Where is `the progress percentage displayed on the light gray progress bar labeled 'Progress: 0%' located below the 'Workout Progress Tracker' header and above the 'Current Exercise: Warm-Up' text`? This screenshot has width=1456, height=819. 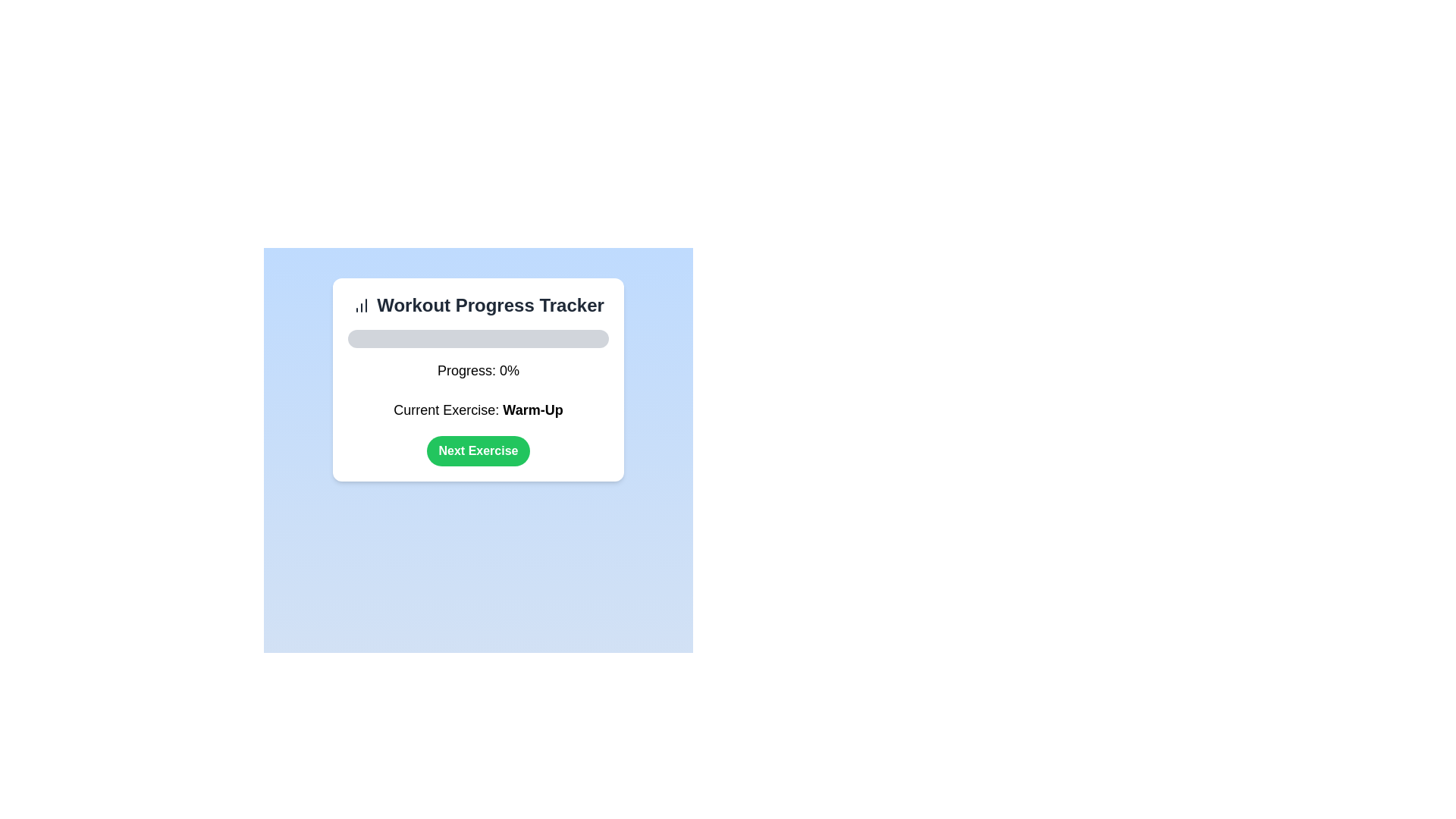 the progress percentage displayed on the light gray progress bar labeled 'Progress: 0%' located below the 'Workout Progress Tracker' header and above the 'Current Exercise: Warm-Up' text is located at coordinates (477, 356).